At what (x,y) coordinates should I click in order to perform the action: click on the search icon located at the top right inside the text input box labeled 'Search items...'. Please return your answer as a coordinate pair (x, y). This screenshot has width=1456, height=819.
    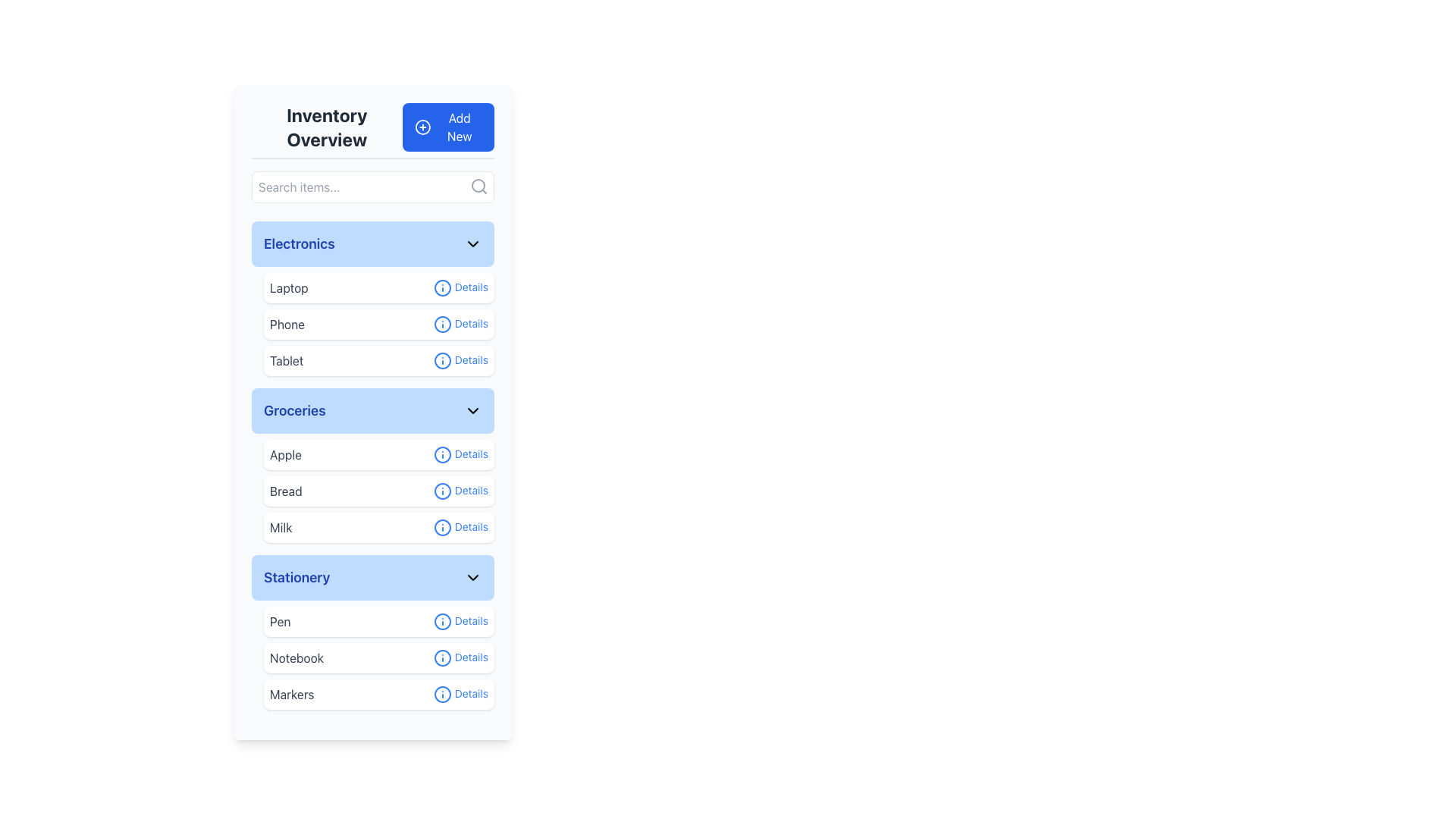
    Looking at the image, I should click on (479, 186).